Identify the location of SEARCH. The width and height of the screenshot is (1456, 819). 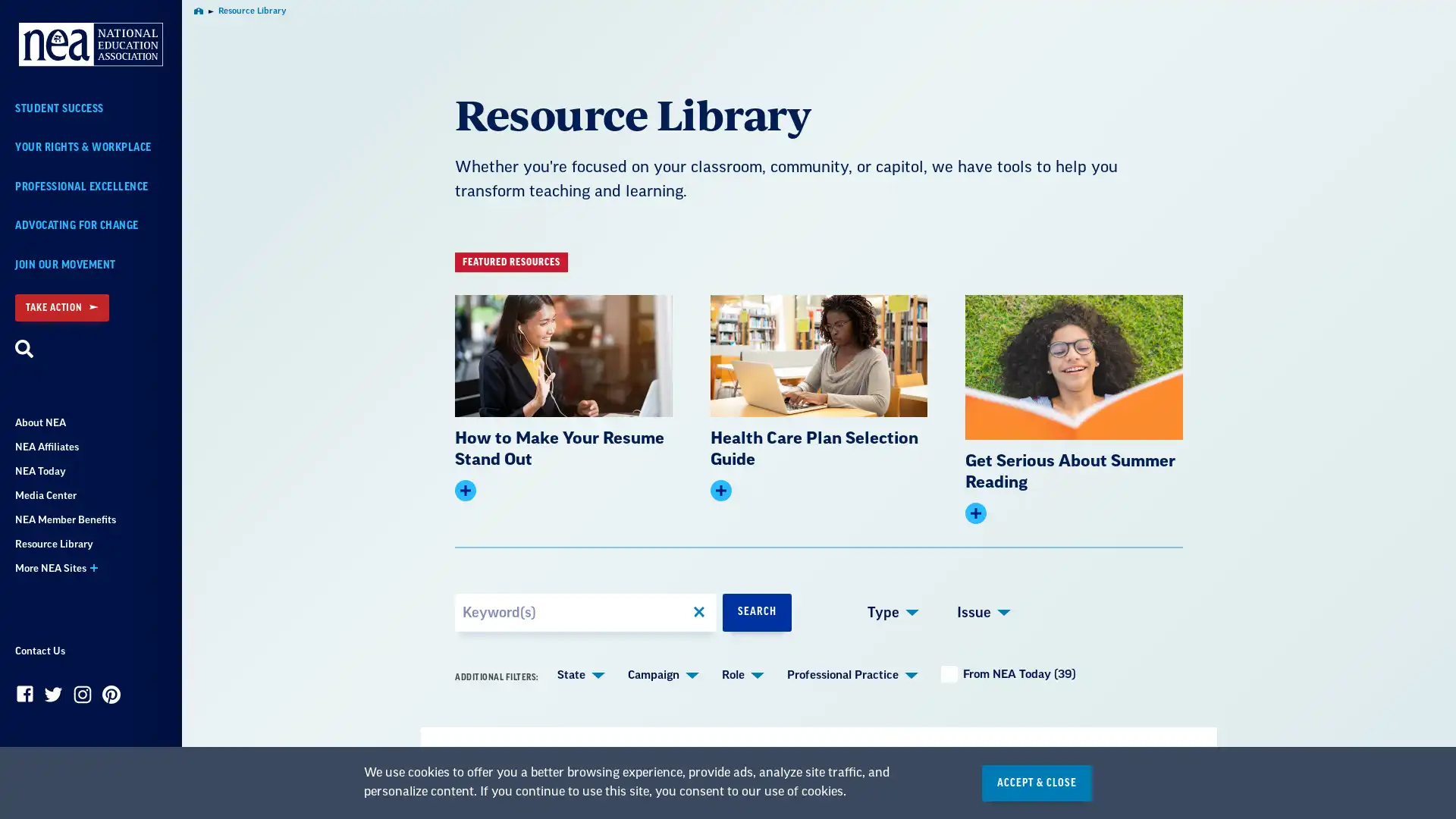
(757, 610).